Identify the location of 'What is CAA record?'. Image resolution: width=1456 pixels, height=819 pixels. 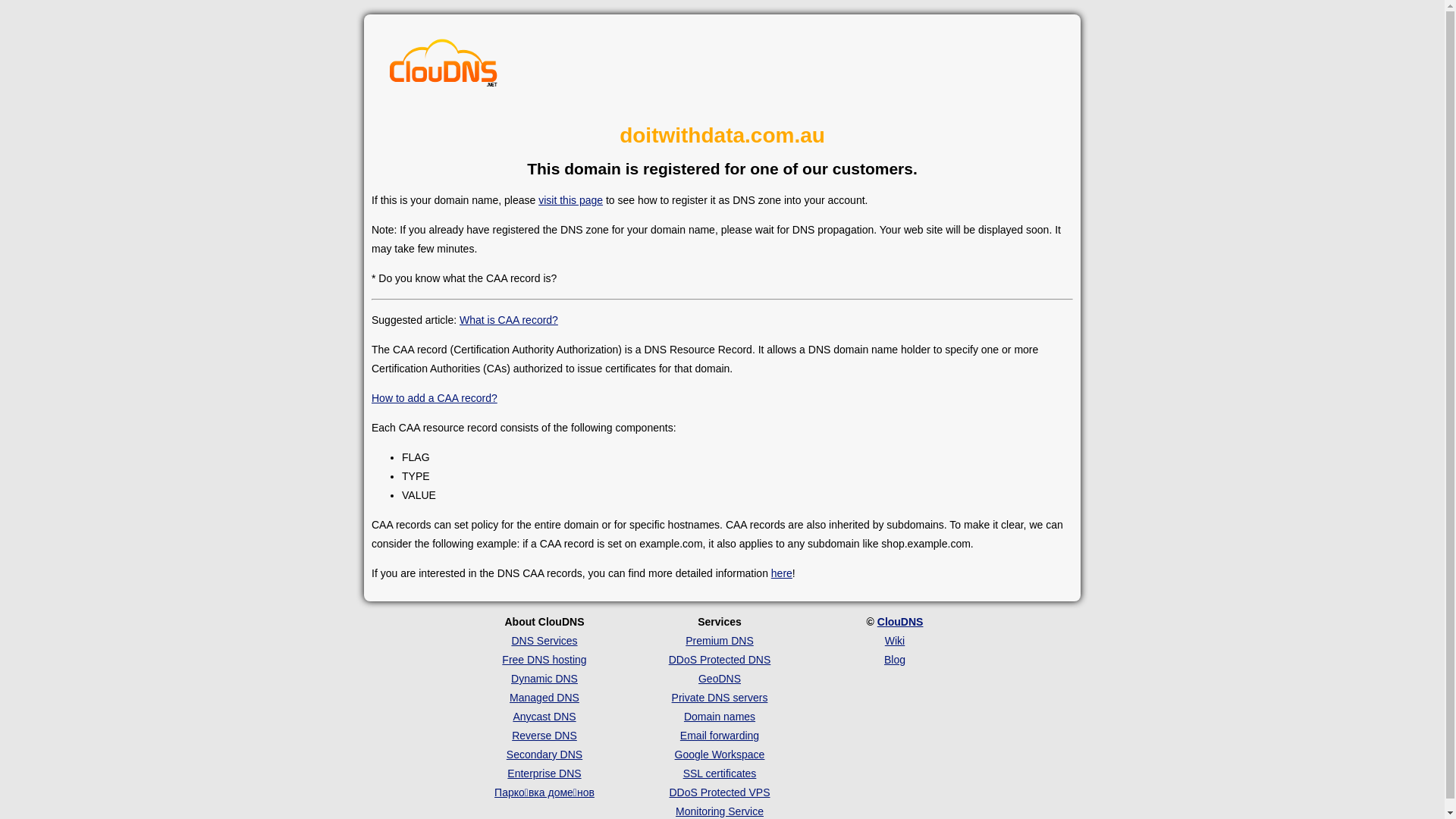
(458, 318).